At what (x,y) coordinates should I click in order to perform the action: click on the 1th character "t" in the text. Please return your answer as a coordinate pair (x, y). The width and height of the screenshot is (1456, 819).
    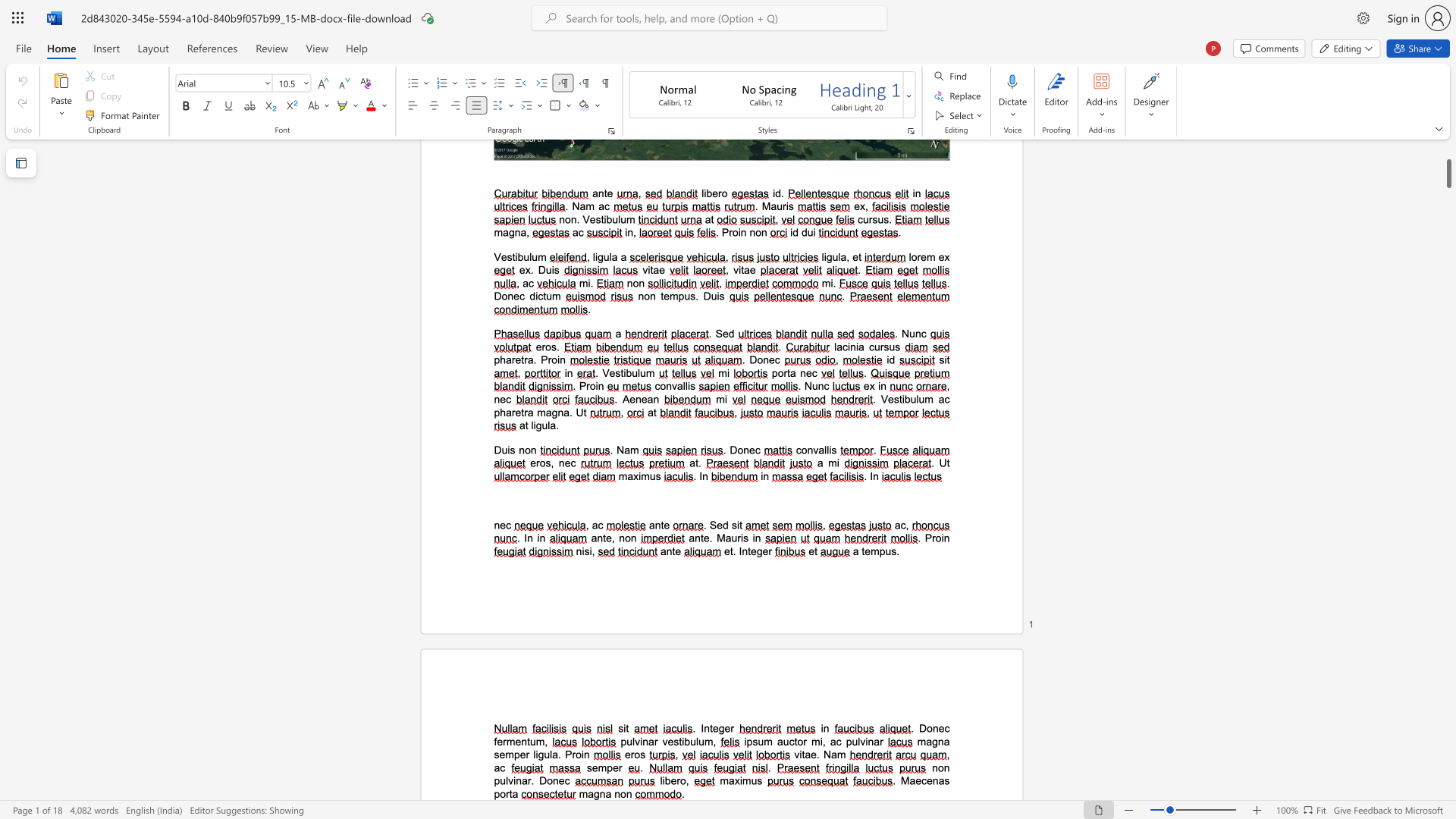
    Looking at the image, I should click on (510, 793).